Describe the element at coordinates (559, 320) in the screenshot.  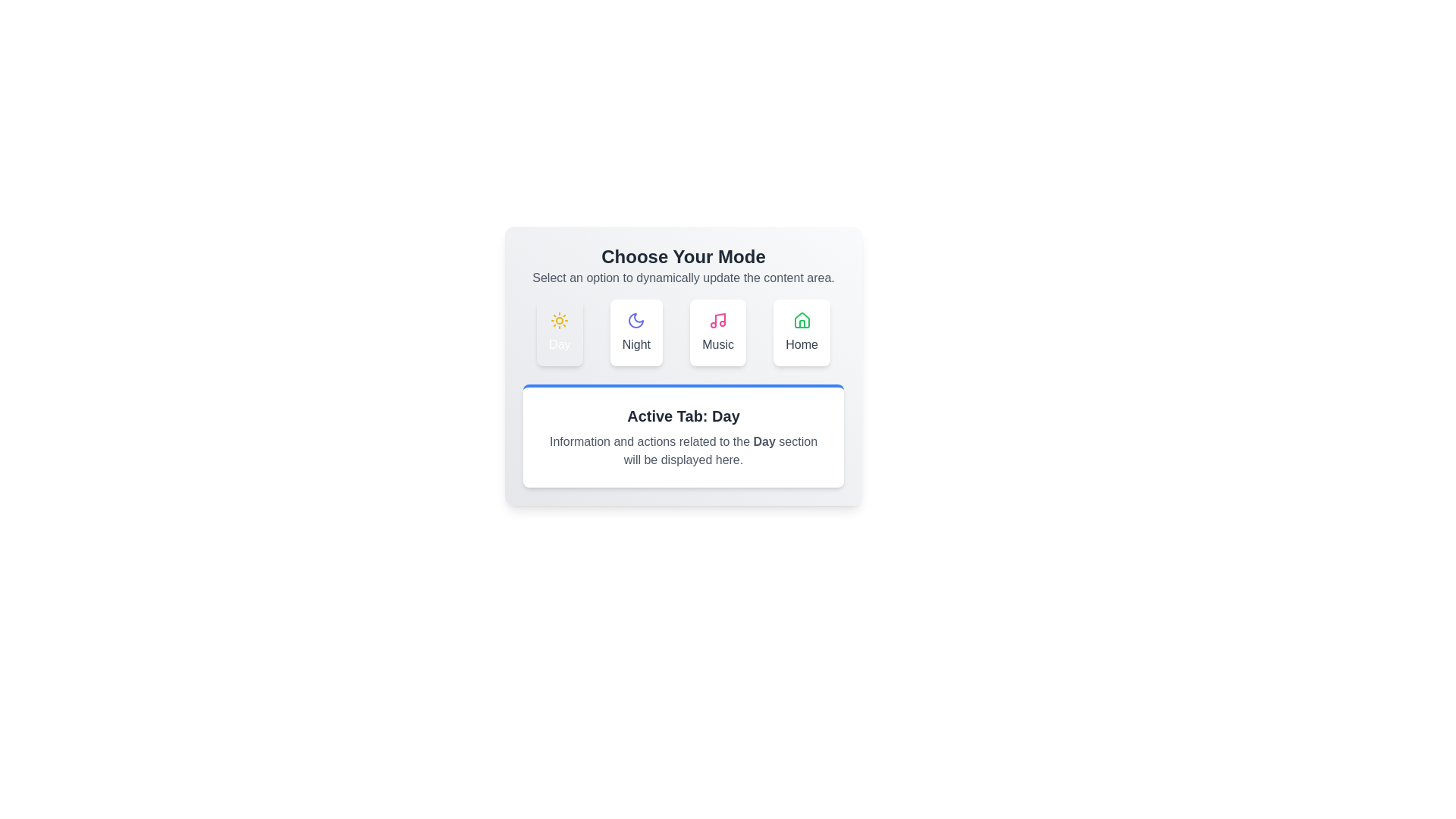
I see `the sun icon, which is an SVG graphic representing the 'Day' mode` at that location.